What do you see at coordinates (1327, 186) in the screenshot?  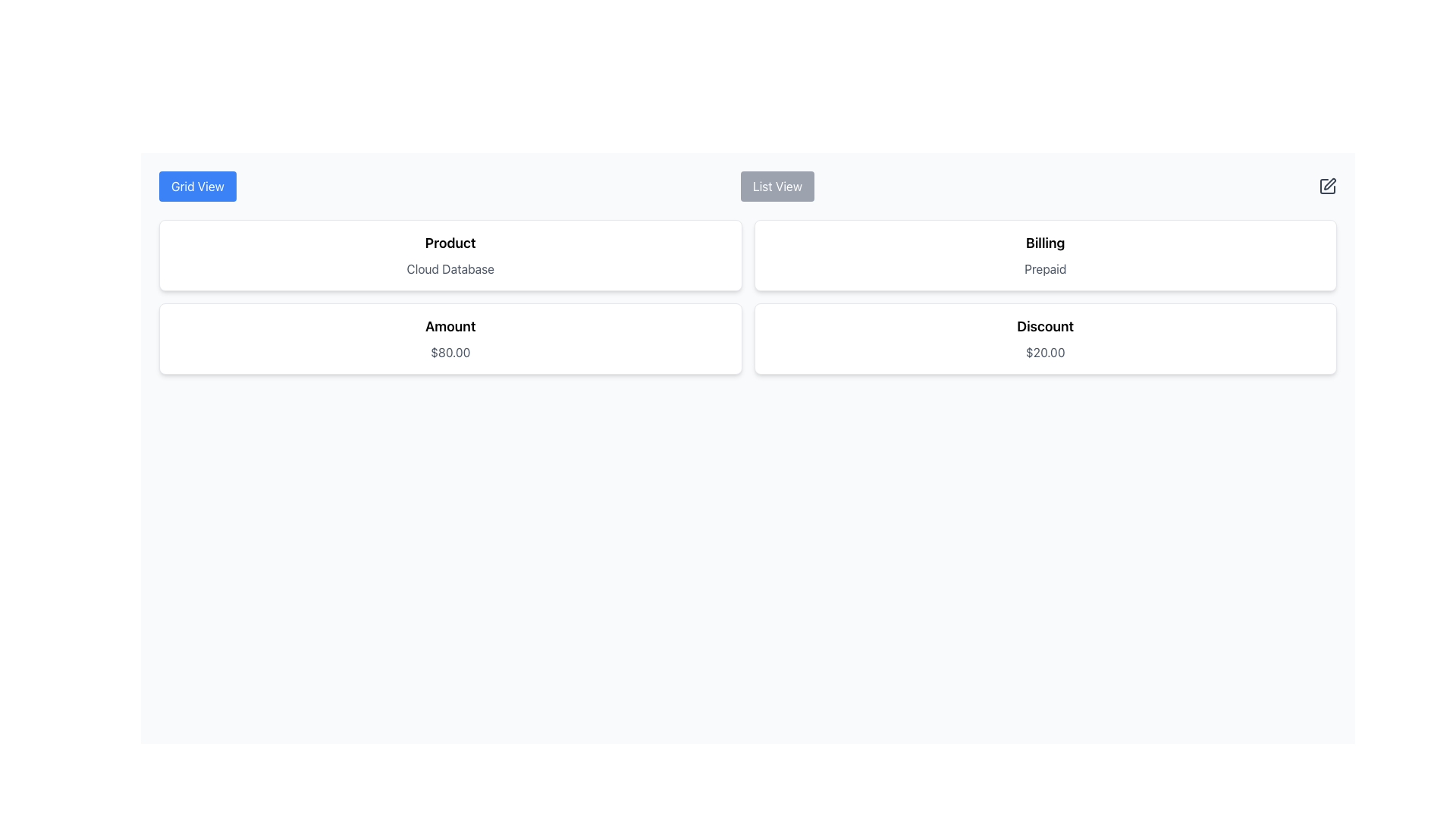 I see `the square part of the editing icon located in the top-right area of the interface` at bounding box center [1327, 186].